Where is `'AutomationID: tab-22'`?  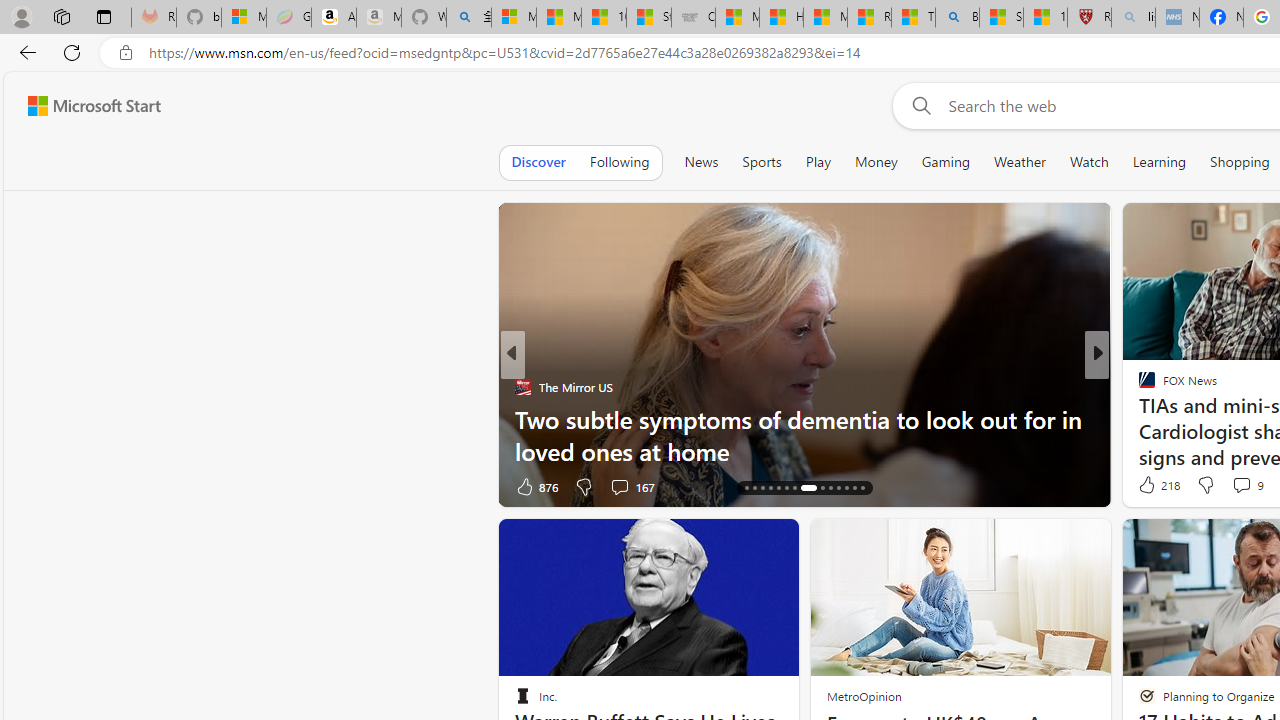
'AutomationID: tab-22' is located at coordinates (808, 488).